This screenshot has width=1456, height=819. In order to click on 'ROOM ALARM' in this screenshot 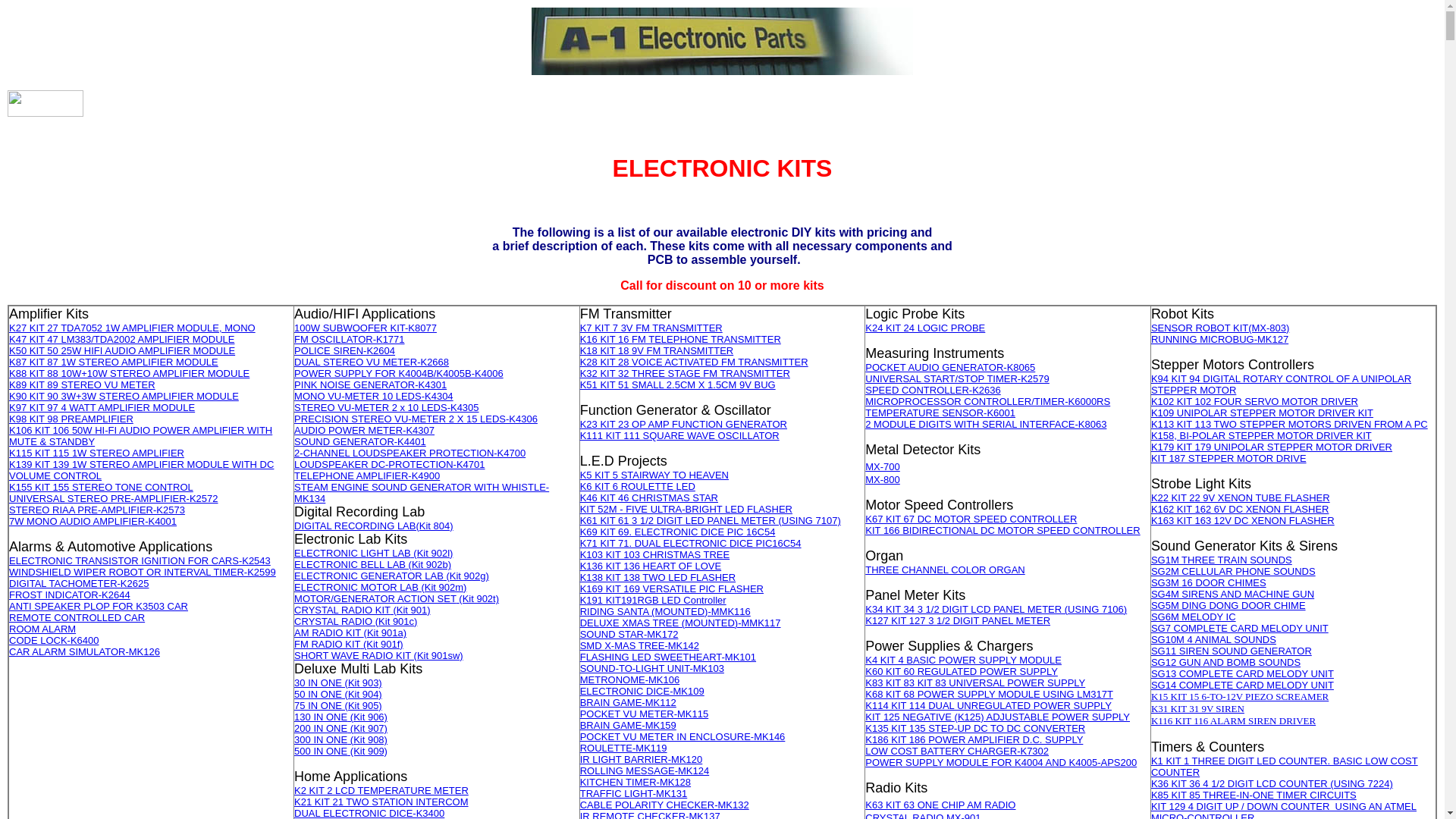, I will do `click(42, 629)`.